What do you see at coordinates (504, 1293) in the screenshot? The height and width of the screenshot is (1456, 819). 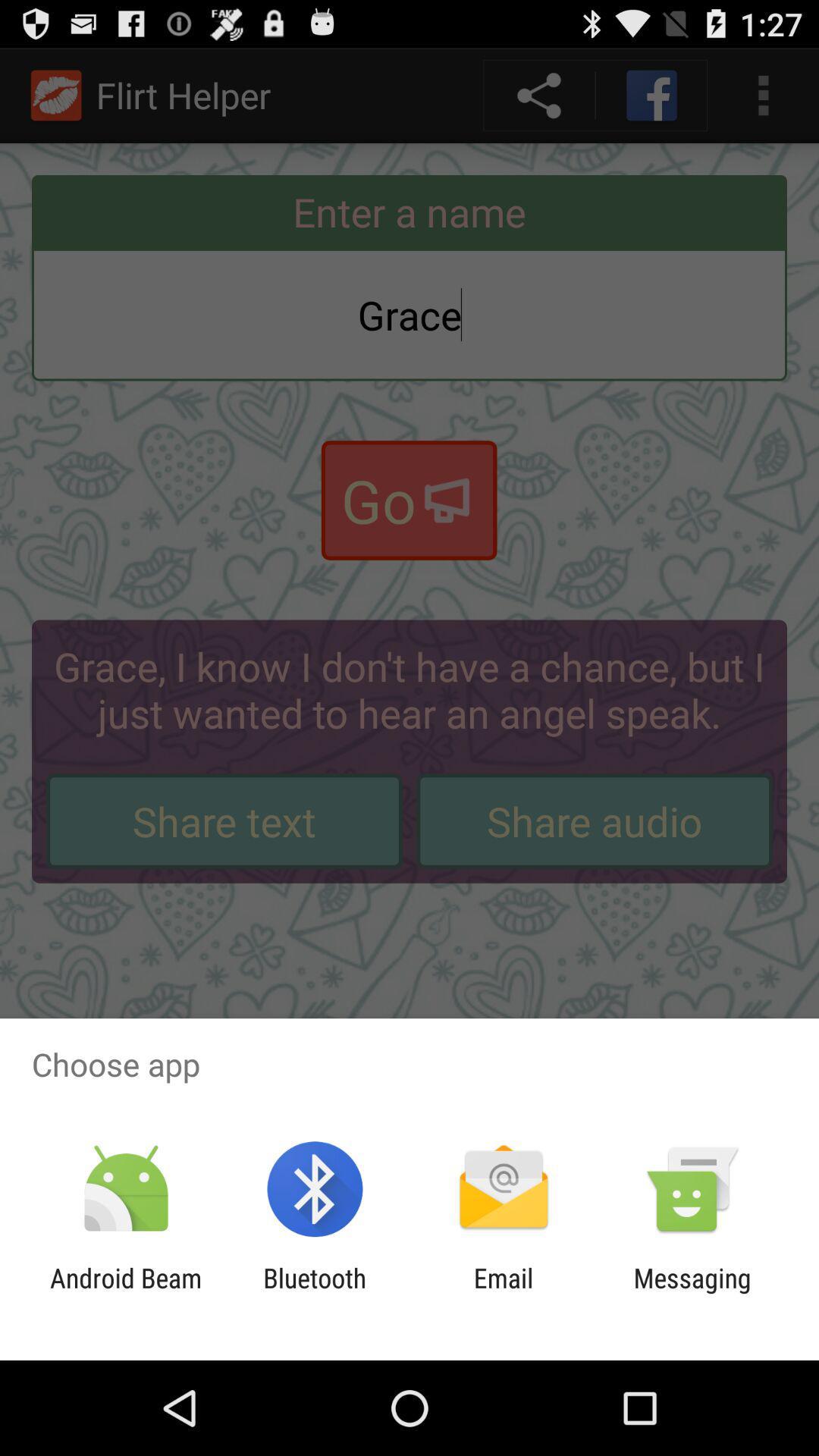 I see `item to the left of messaging item` at bounding box center [504, 1293].